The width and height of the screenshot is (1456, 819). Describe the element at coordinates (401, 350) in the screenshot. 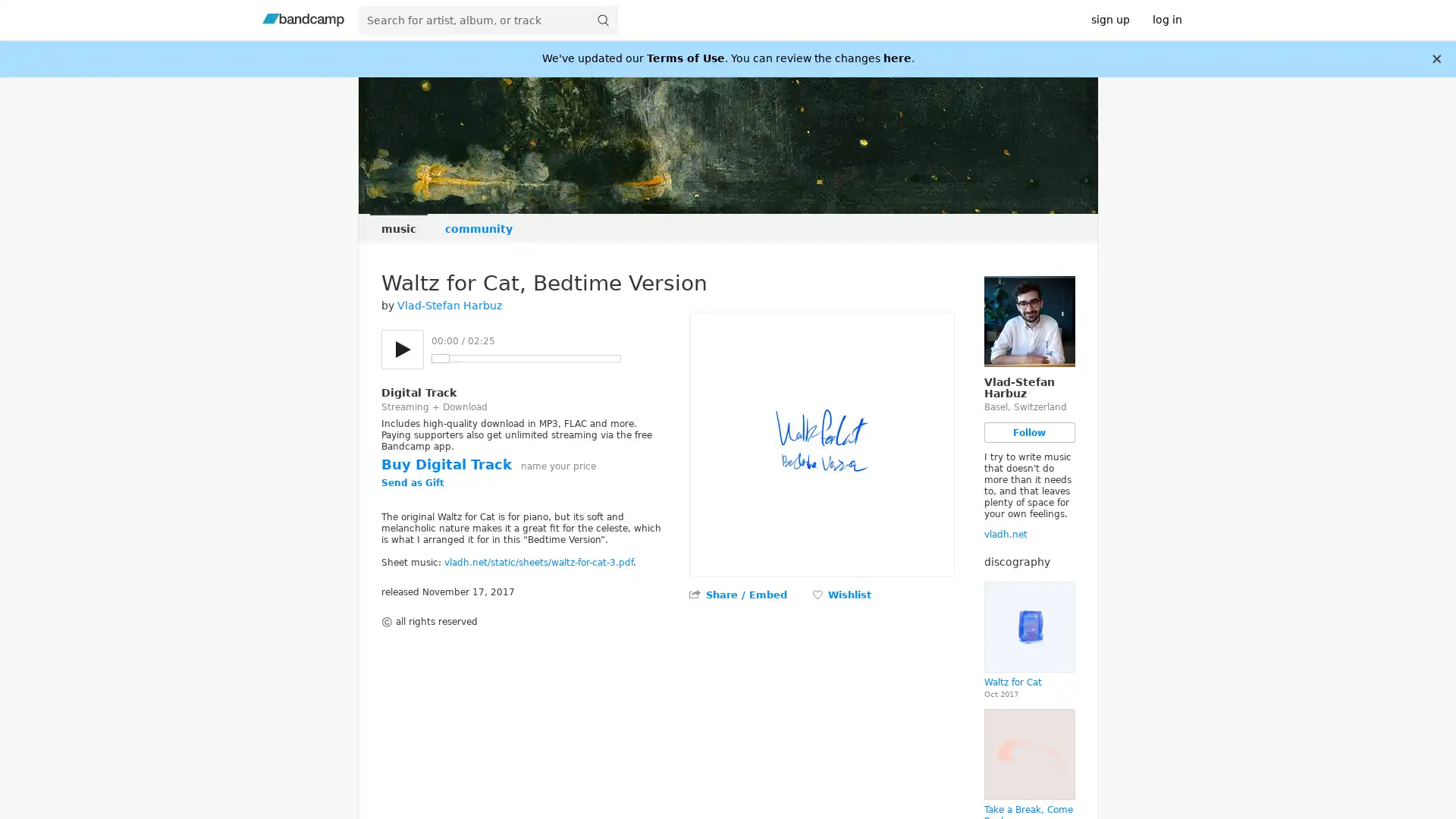

I see `Play/pause` at that location.